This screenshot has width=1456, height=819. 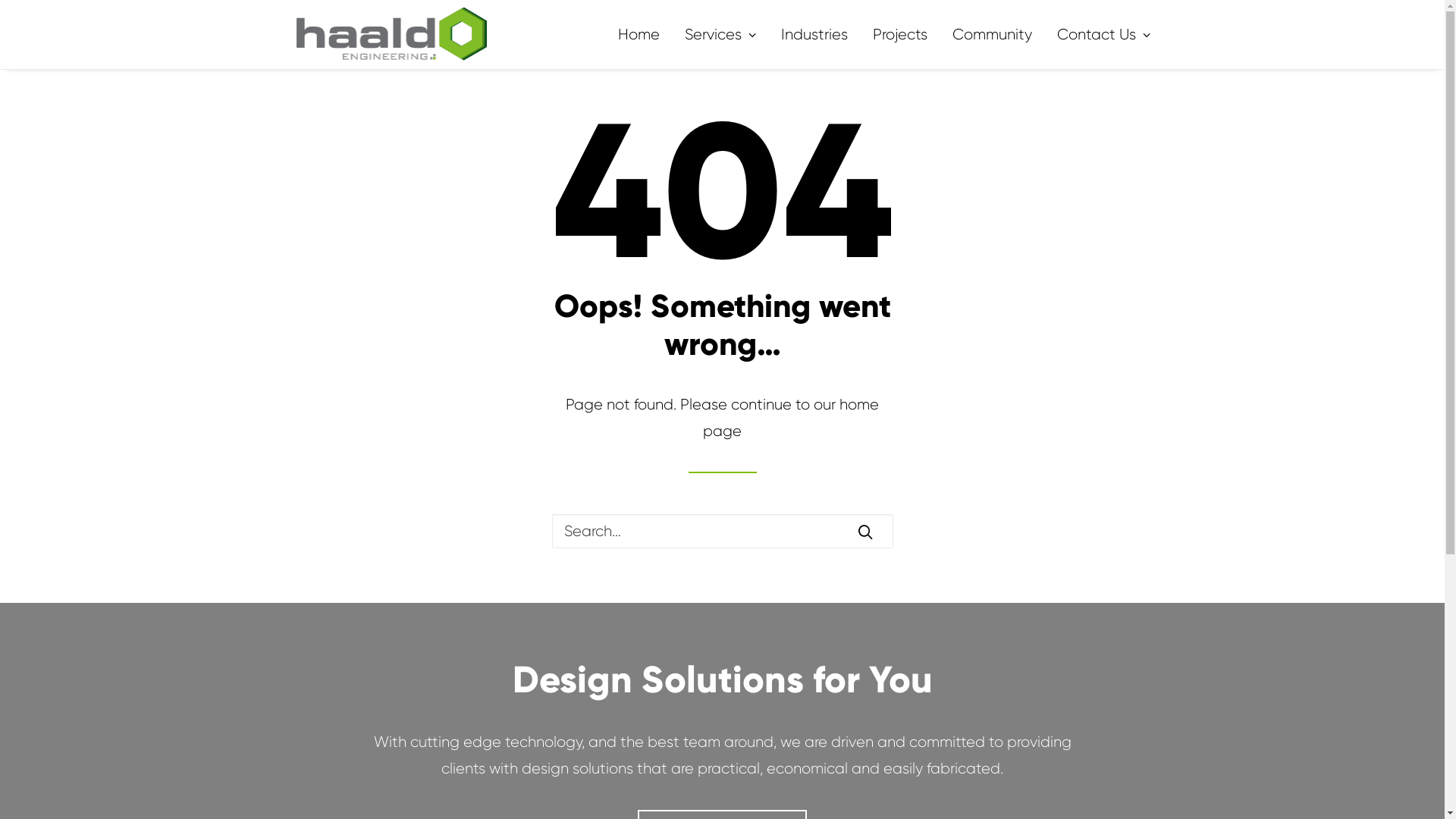 What do you see at coordinates (789, 418) in the screenshot?
I see `'home page'` at bounding box center [789, 418].